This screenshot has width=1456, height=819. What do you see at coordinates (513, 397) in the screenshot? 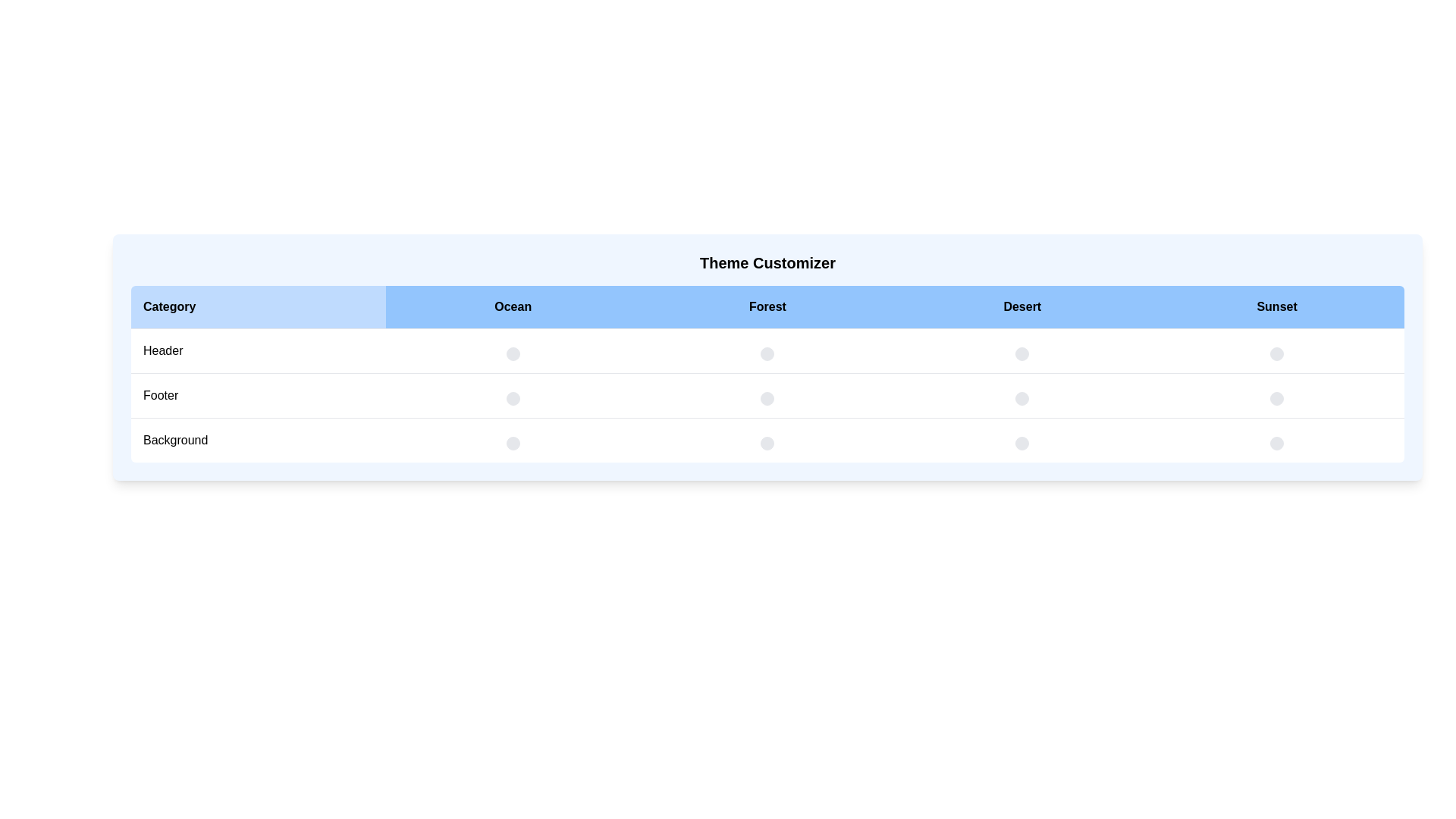
I see `the selectable option button in the second row and second column of the 'Theme Customizer' table, located under the 'Ocean' column` at bounding box center [513, 397].